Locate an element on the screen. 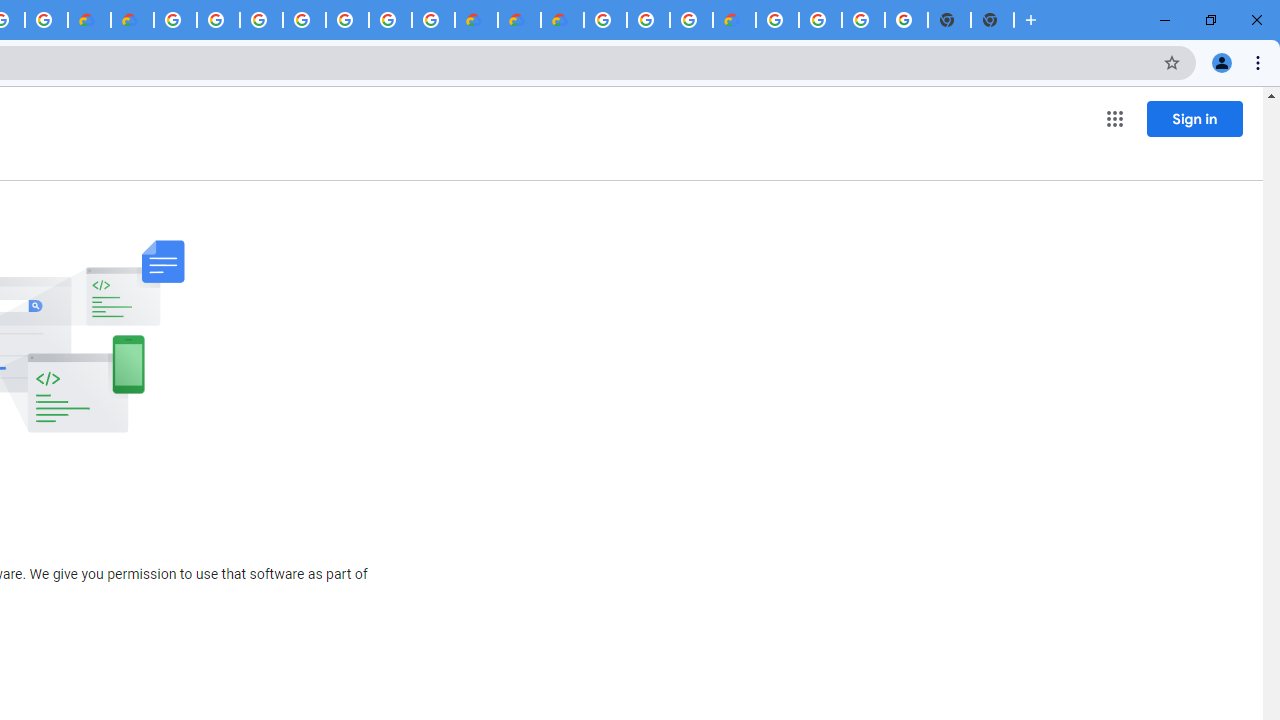 The height and width of the screenshot is (720, 1280). 'Google Cloud Platform' is located at coordinates (175, 20).